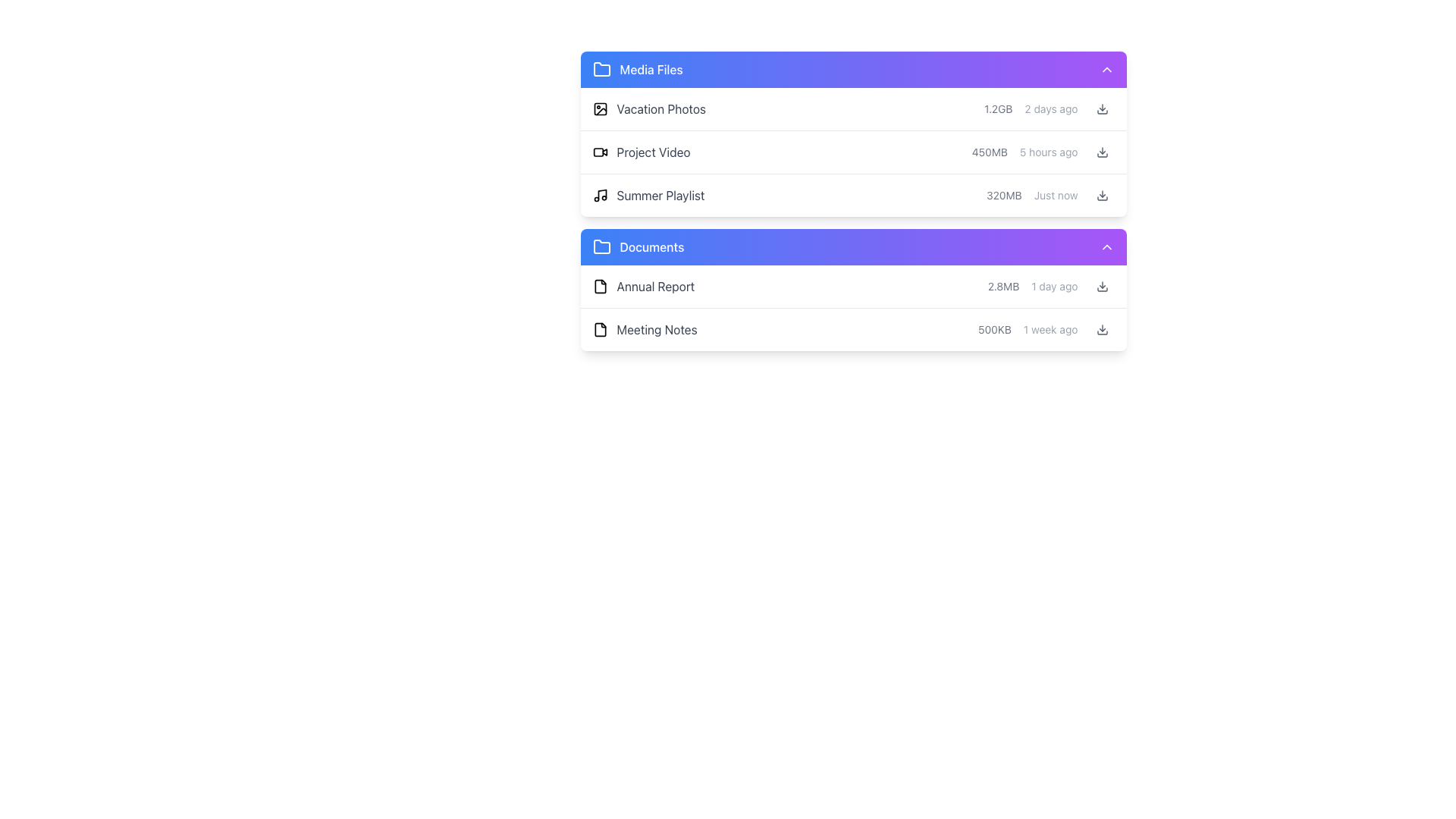 Image resolution: width=1456 pixels, height=819 pixels. What do you see at coordinates (853, 200) in the screenshot?
I see `the third list item` at bounding box center [853, 200].